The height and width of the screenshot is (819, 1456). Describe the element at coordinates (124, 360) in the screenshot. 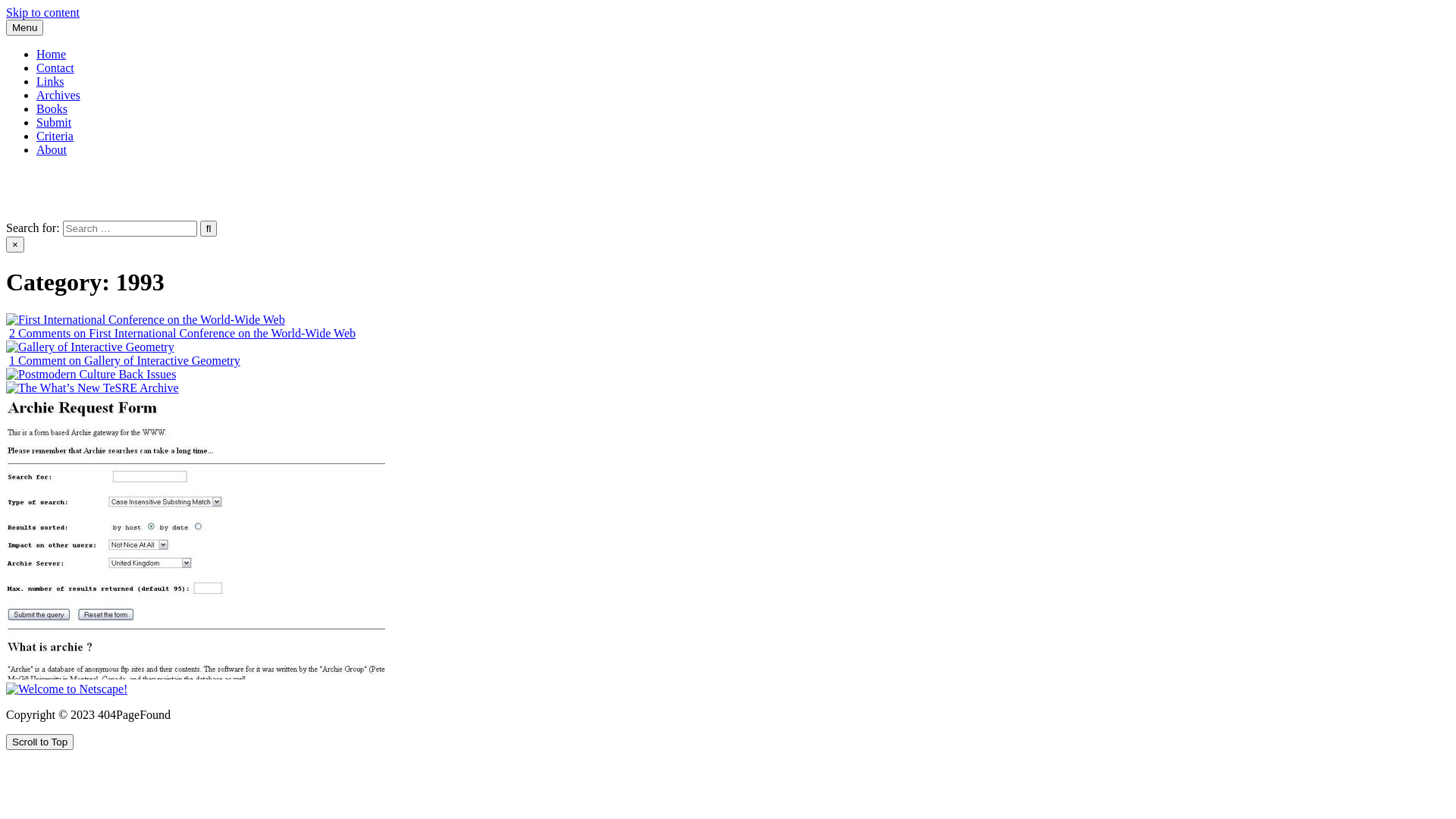

I see `'1 Comment on Gallery of Interactive Geometry'` at that location.